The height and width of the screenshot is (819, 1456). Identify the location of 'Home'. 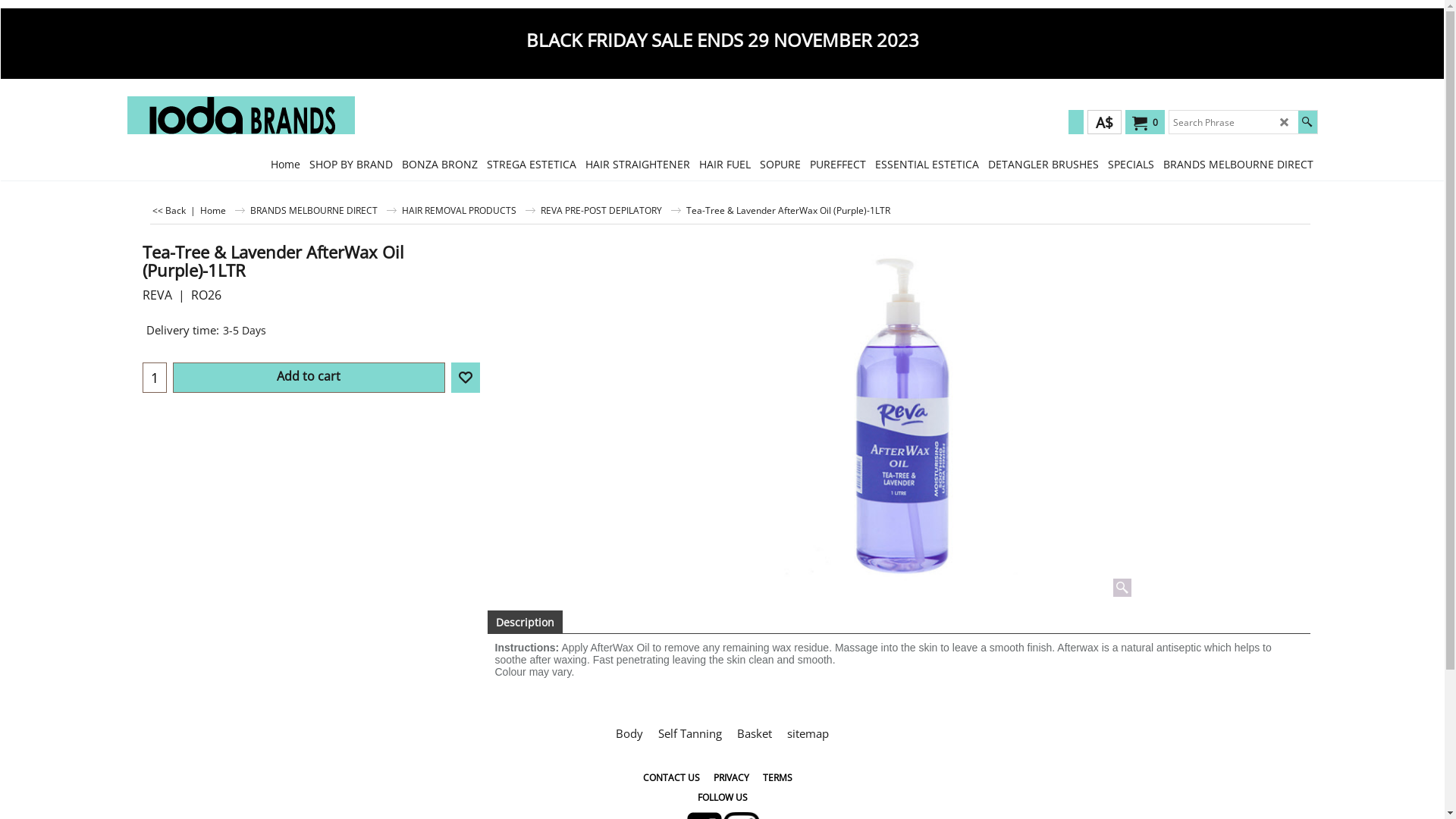
(221, 210).